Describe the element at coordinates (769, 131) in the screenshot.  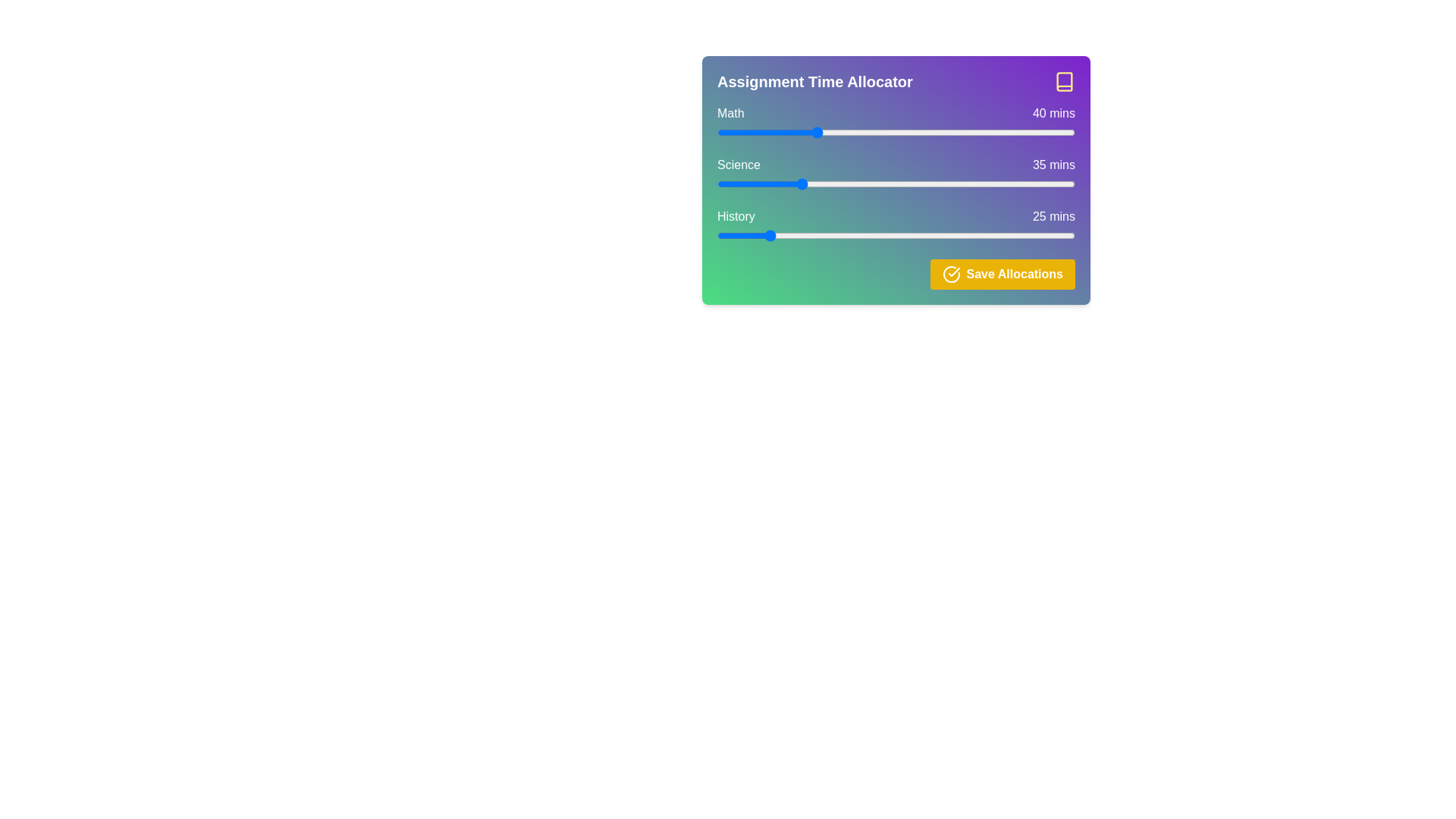
I see `the slider for 'Math'` at that location.